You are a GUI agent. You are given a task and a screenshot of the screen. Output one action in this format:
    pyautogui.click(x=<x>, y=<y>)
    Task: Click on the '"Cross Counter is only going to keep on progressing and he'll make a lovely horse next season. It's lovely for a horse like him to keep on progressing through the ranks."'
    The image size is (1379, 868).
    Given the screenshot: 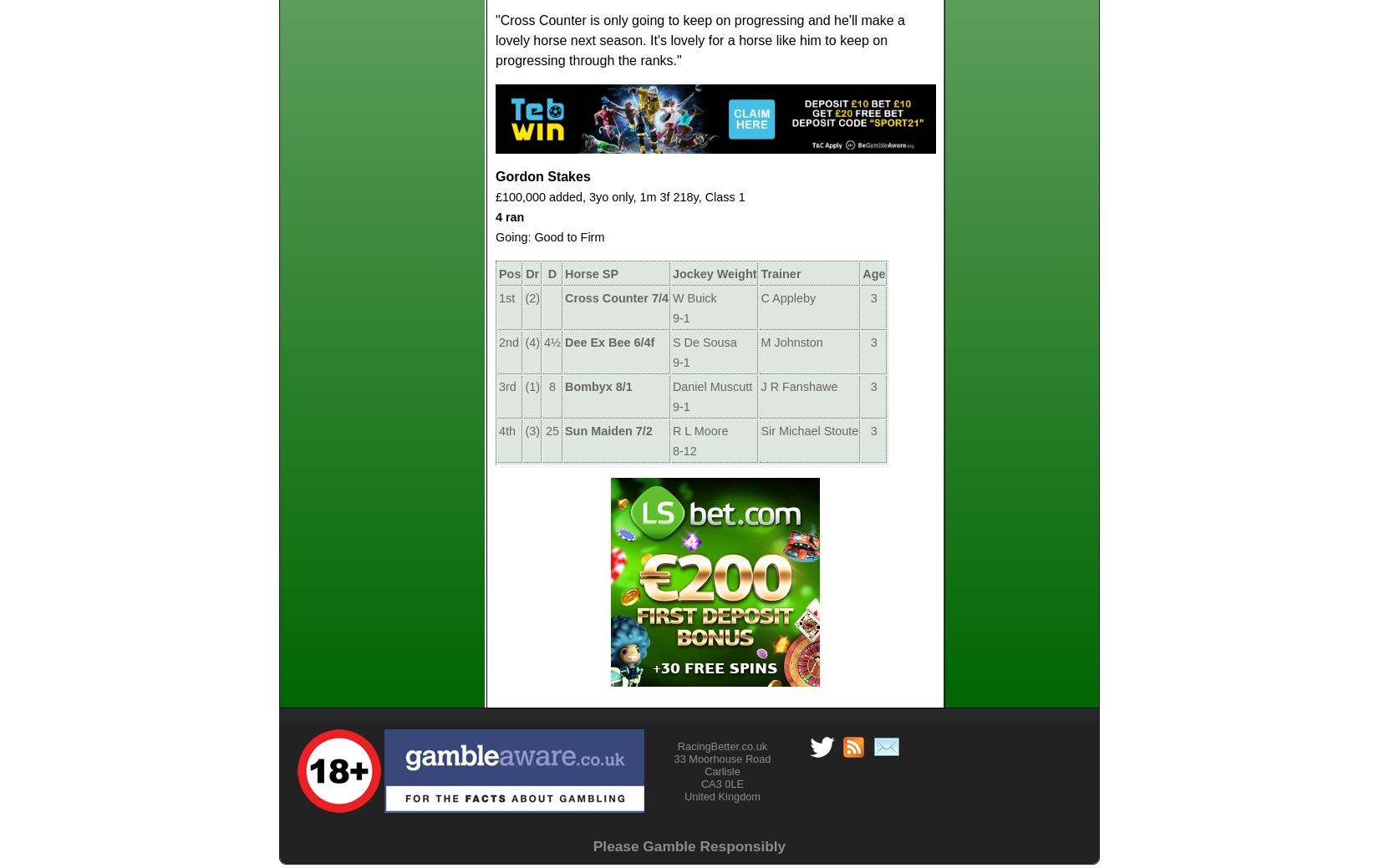 What is the action you would take?
    pyautogui.click(x=700, y=39)
    